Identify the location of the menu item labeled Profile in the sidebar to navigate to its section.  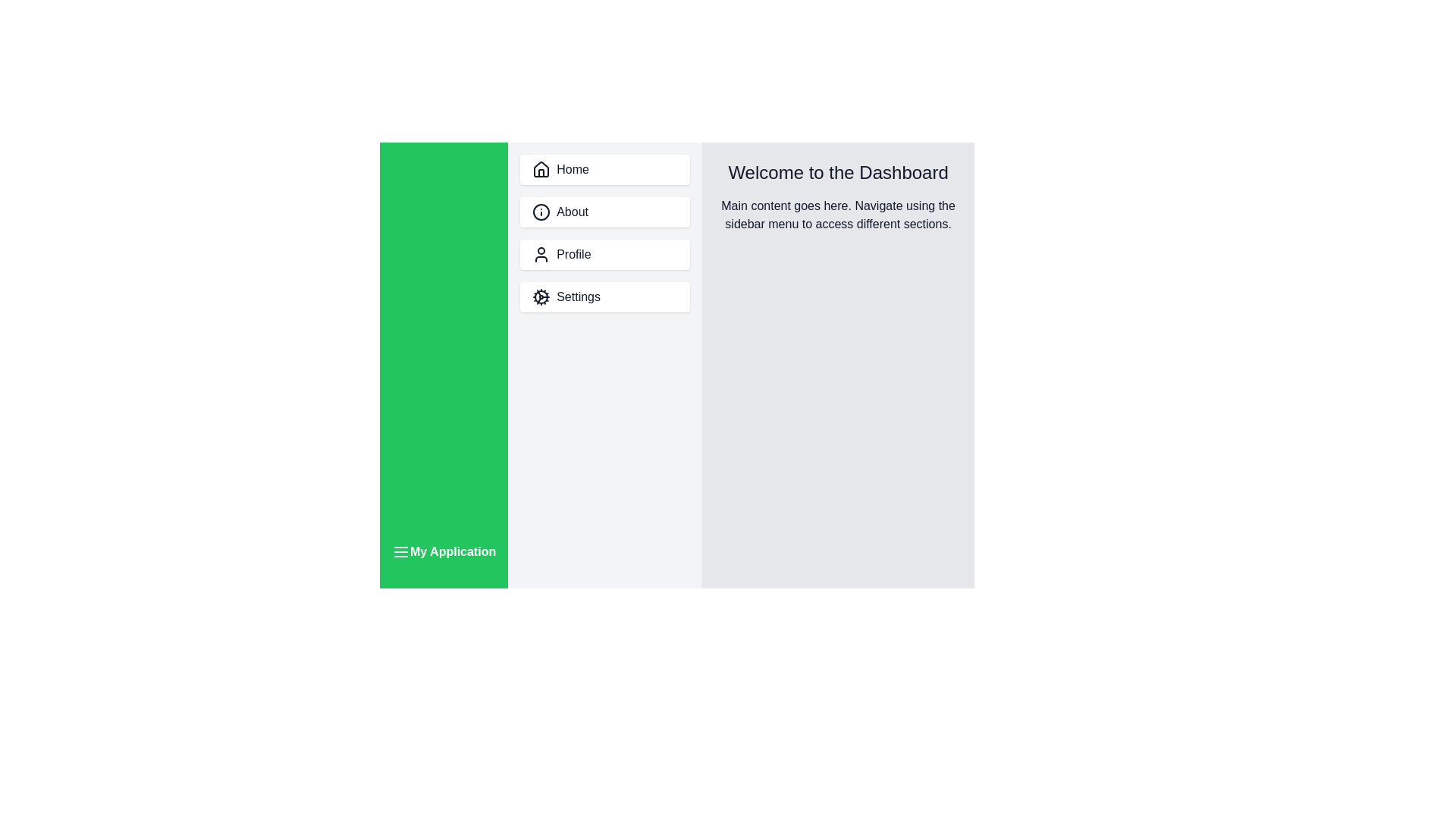
(604, 253).